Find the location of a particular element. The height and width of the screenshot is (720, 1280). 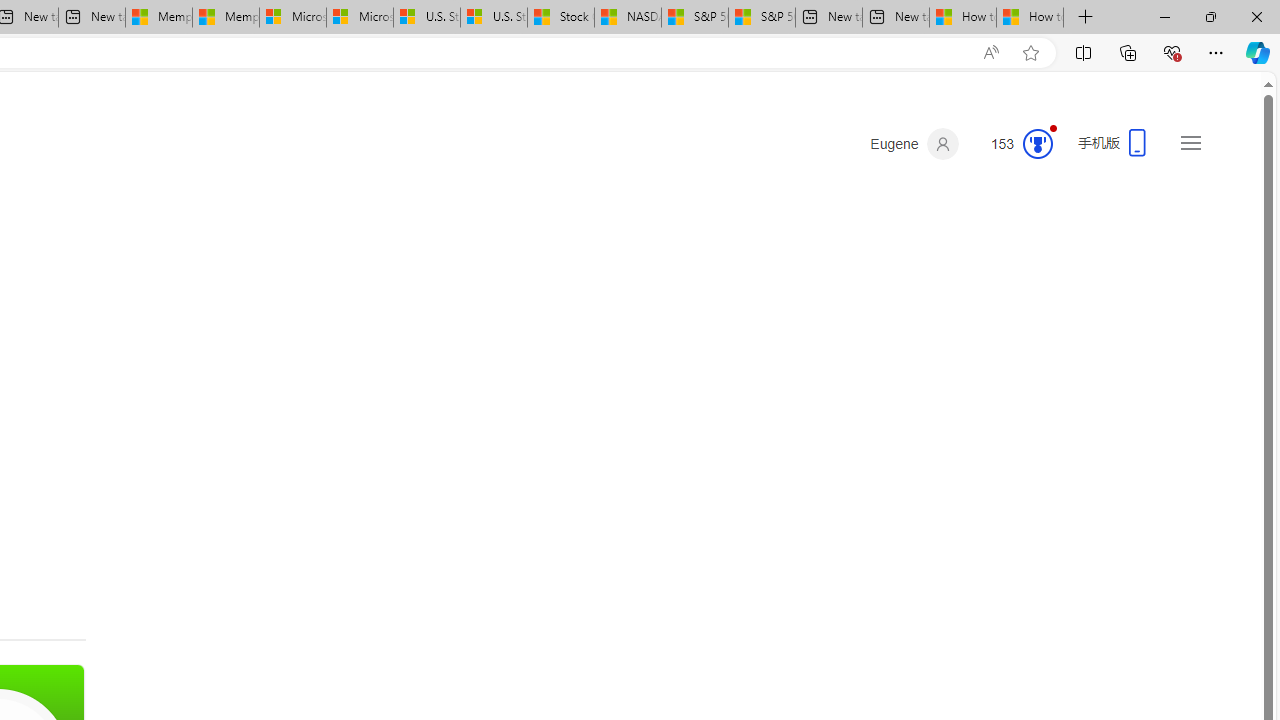

'S&P 500, Nasdaq end lower, weighed by Nvidia dip | Watch' is located at coordinates (760, 17).